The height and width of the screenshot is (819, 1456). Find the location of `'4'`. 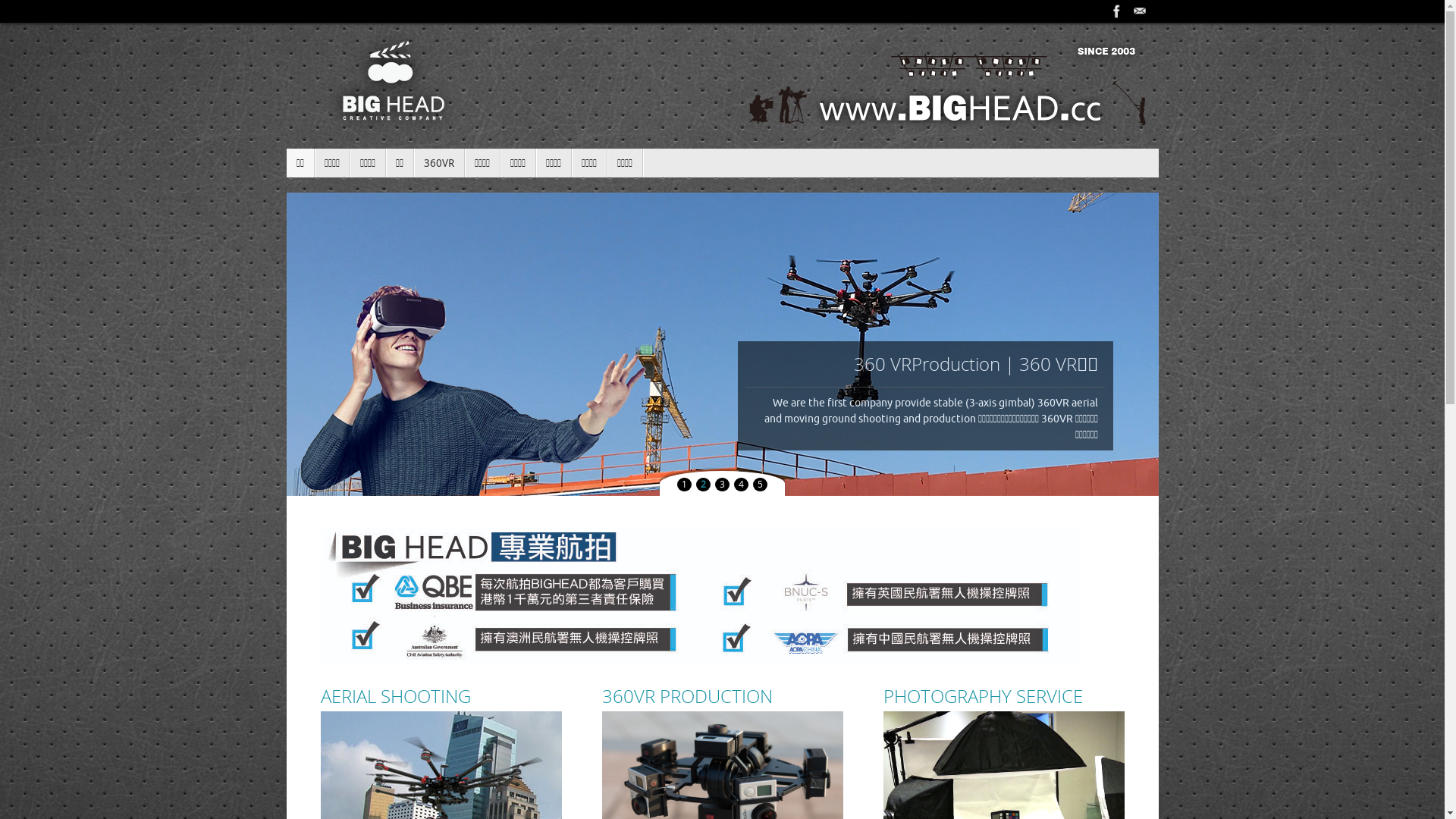

'4' is located at coordinates (741, 485).